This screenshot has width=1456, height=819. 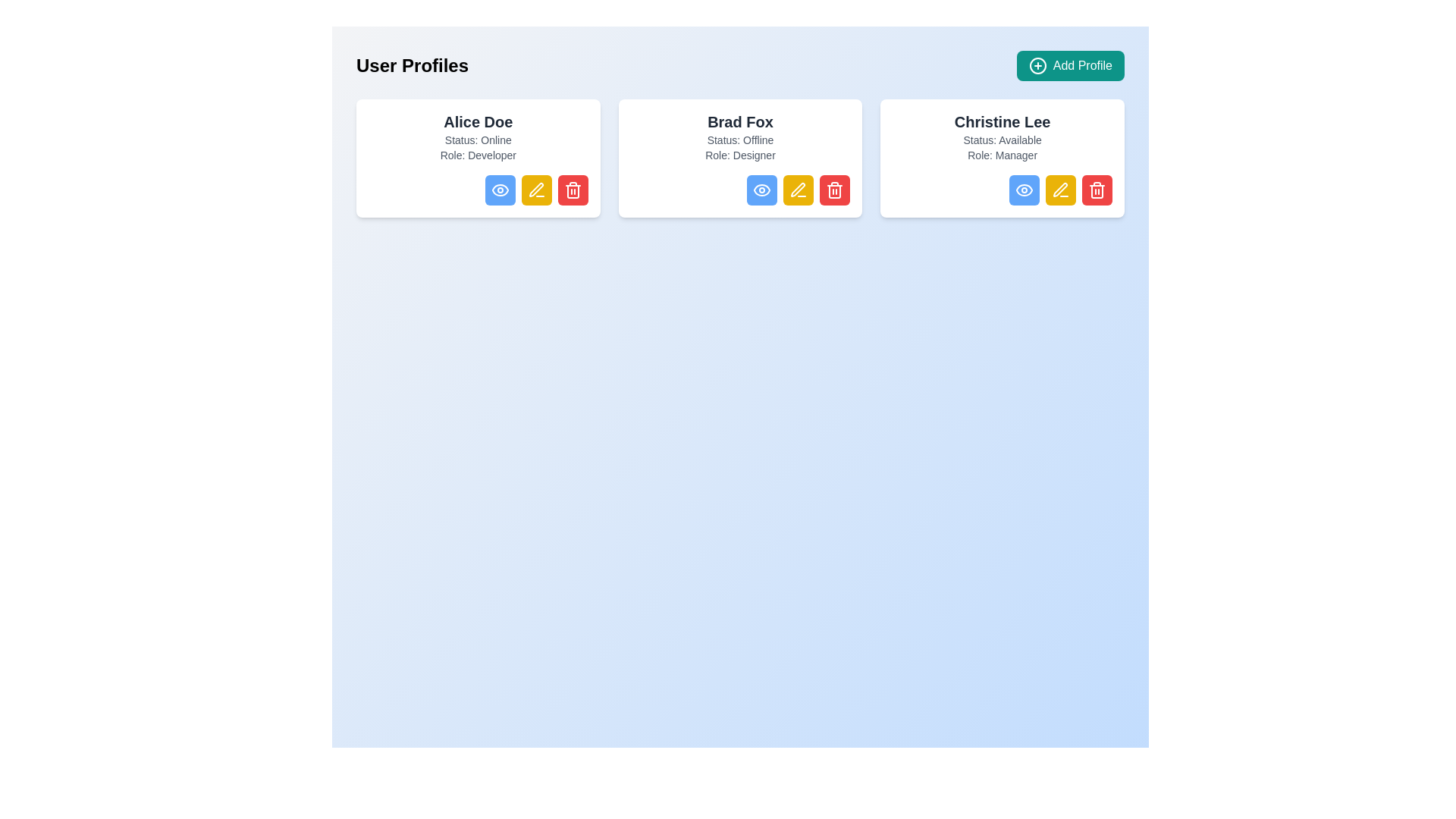 I want to click on the static text label that describes the role of the individual 'Christine Lee' within the card, located below 'Status: Available', so click(x=1003, y=155).